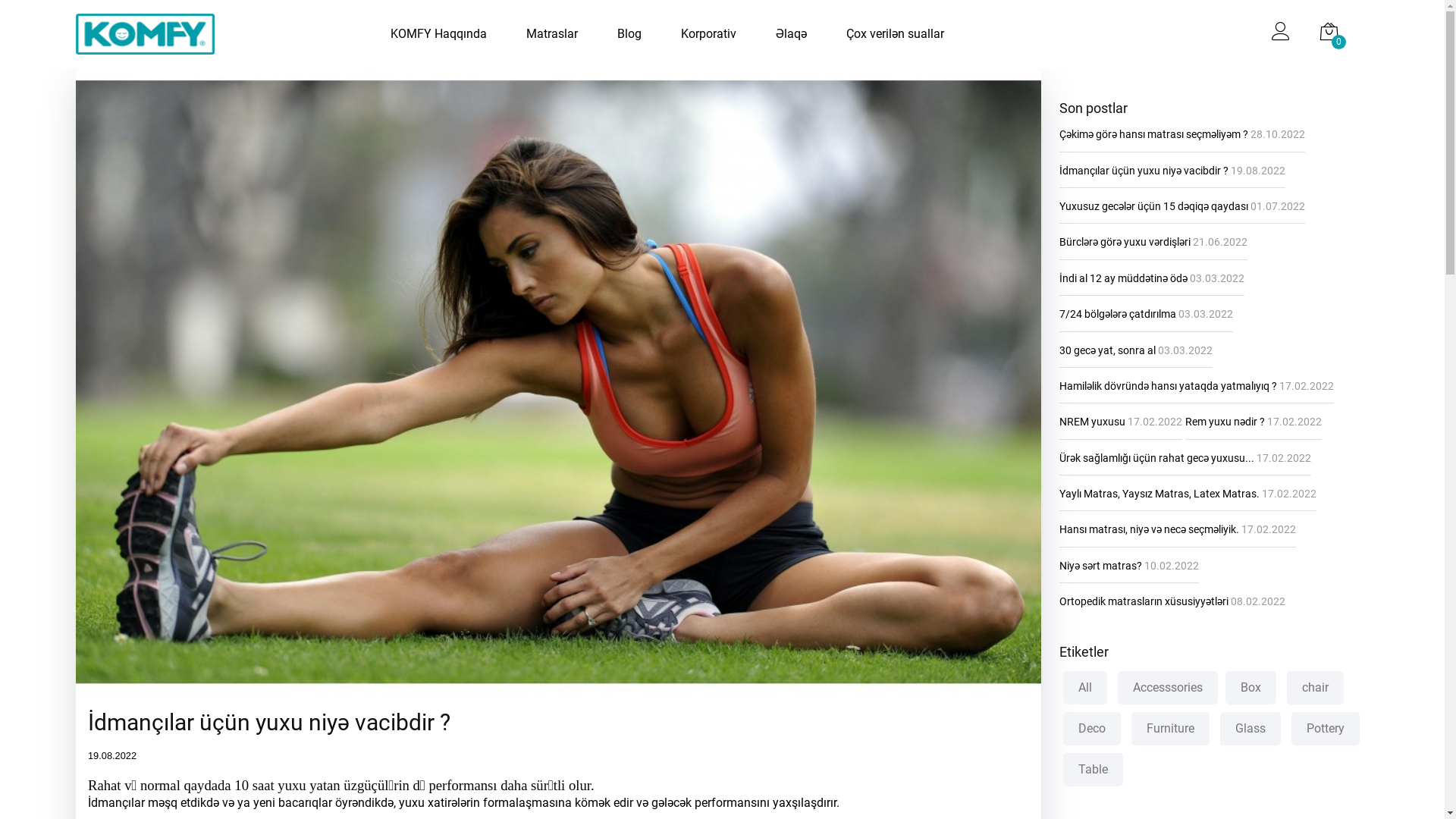  I want to click on 'Korporativ', so click(708, 34).